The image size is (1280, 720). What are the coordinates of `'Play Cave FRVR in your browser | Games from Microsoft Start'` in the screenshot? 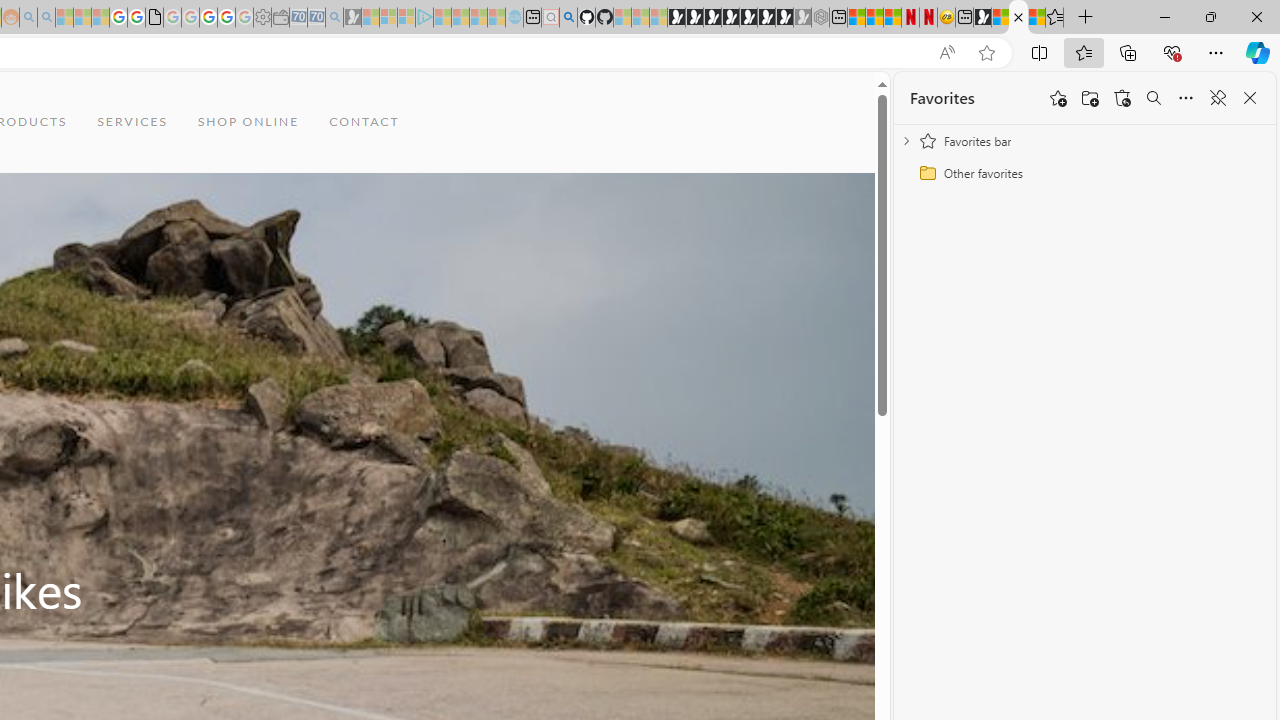 It's located at (712, 17).